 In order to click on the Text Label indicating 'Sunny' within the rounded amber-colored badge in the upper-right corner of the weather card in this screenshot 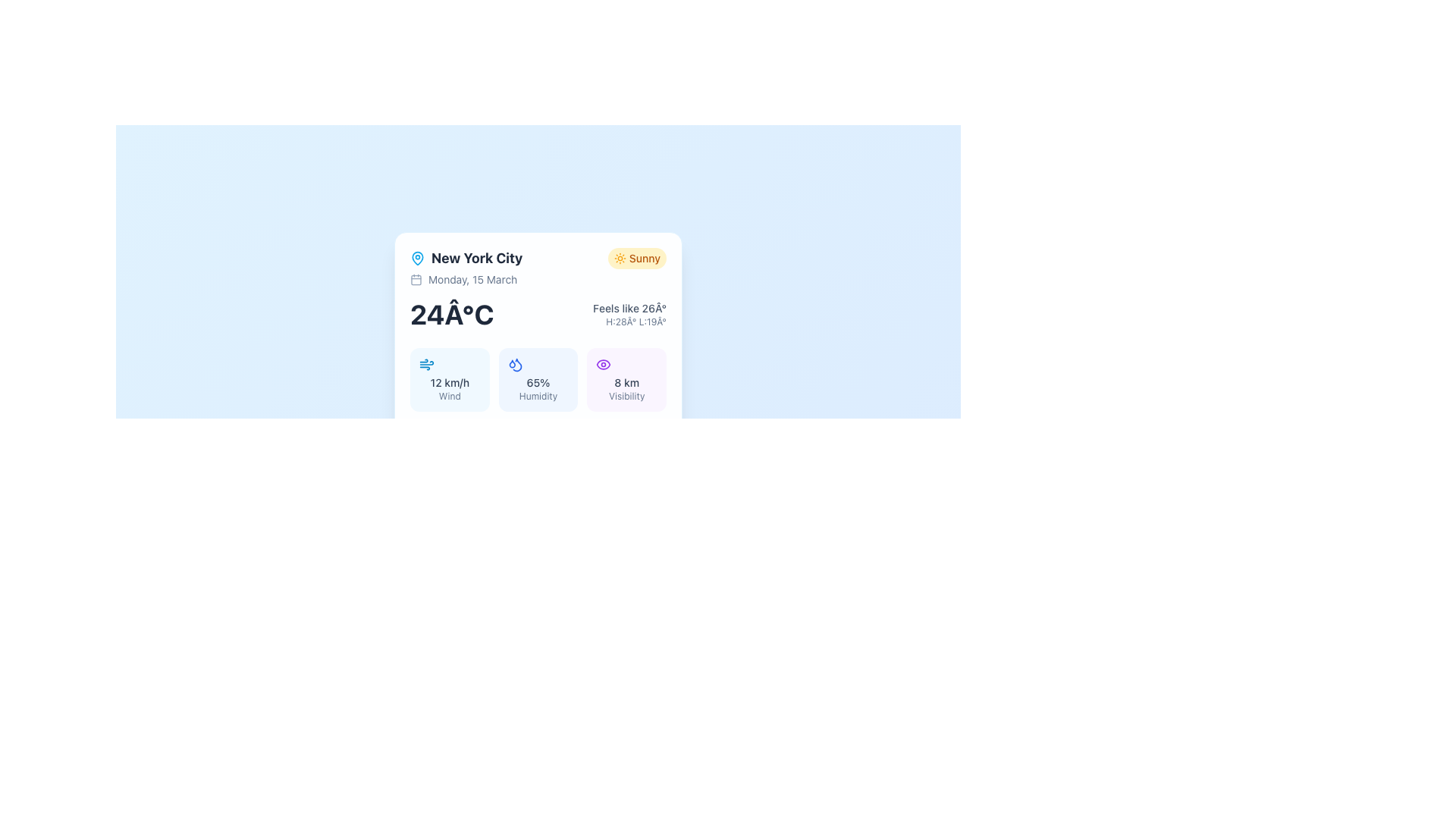, I will do `click(645, 257)`.